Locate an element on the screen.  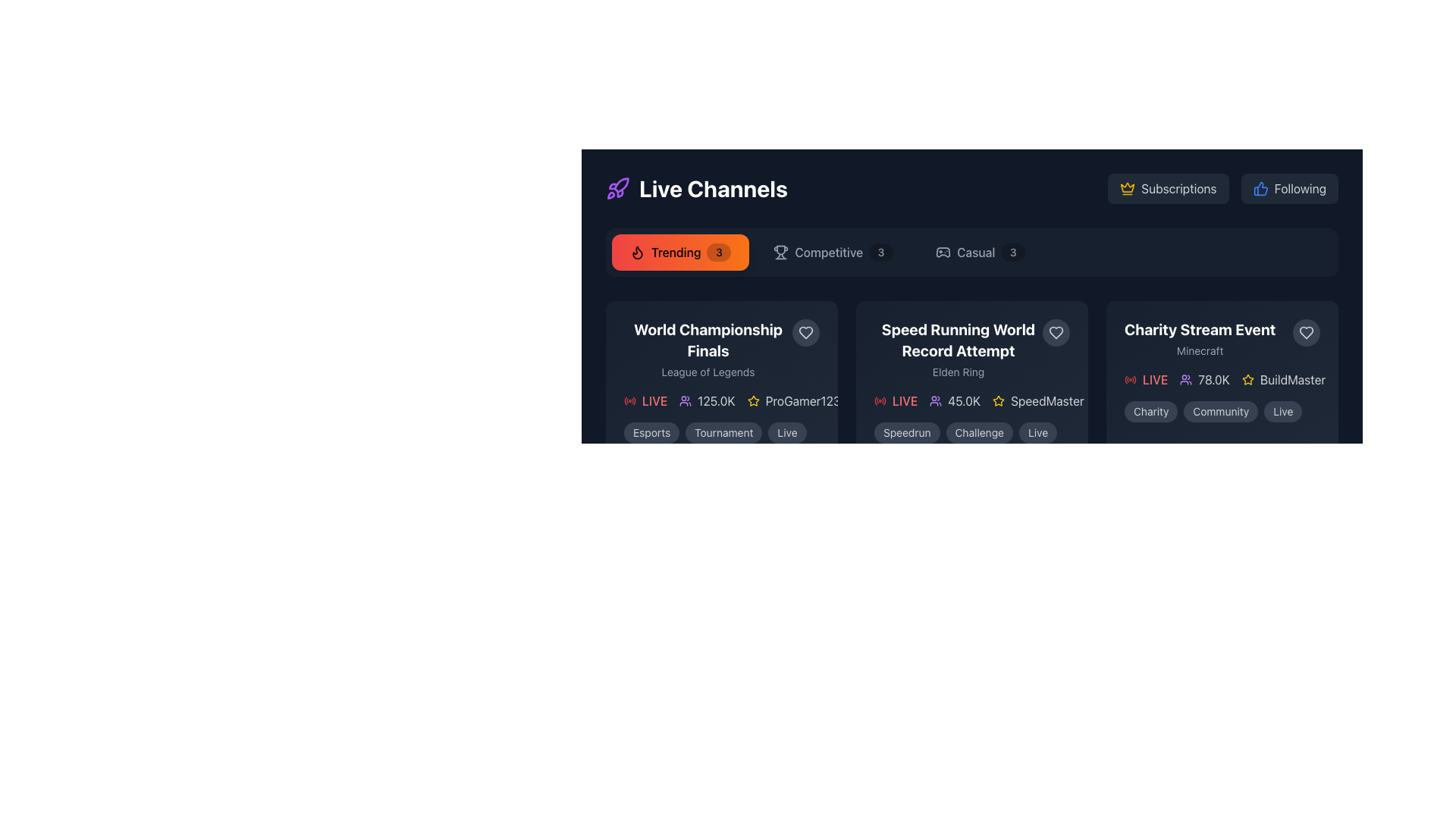
the numeral '3' inside the circular button indicating notifications for the 'Trending' section is located at coordinates (718, 251).